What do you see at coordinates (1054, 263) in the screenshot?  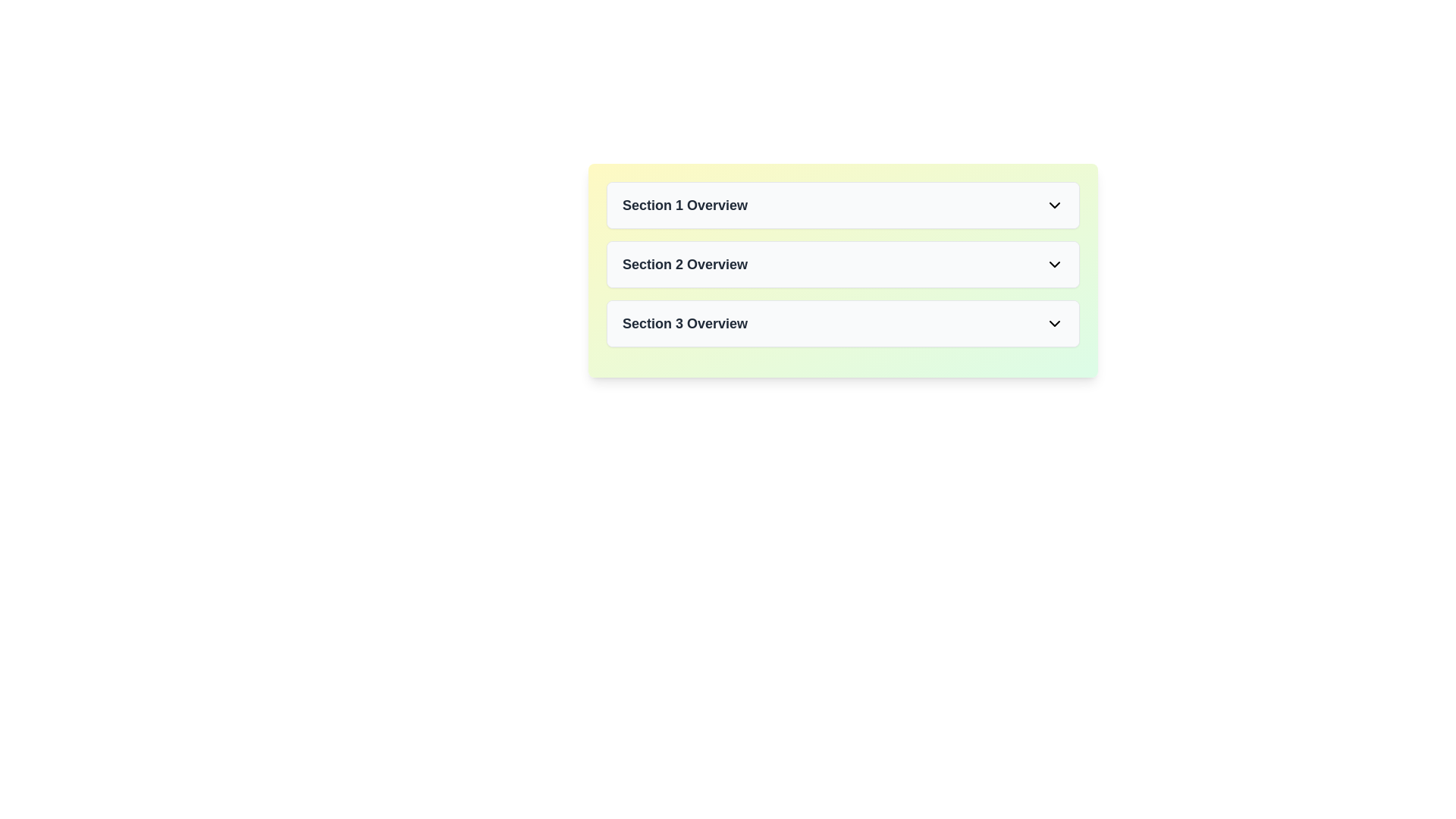 I see `the small down-pointing chevron icon with a black outline located at the right end of the 'Section 2 Overview' entry` at bounding box center [1054, 263].